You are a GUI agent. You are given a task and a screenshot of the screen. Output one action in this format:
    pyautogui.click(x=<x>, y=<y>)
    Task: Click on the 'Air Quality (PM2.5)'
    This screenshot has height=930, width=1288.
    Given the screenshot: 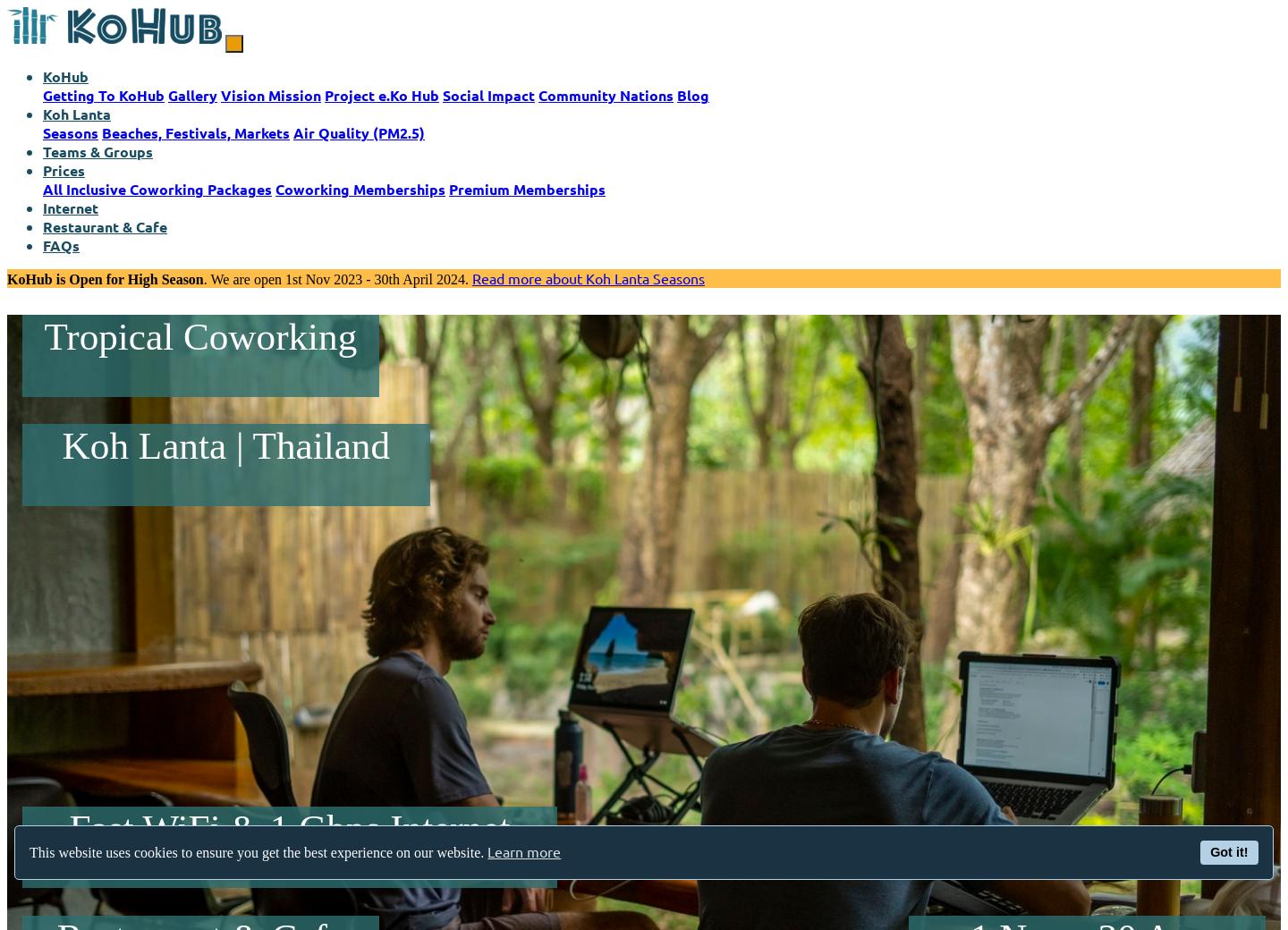 What is the action you would take?
    pyautogui.click(x=358, y=132)
    